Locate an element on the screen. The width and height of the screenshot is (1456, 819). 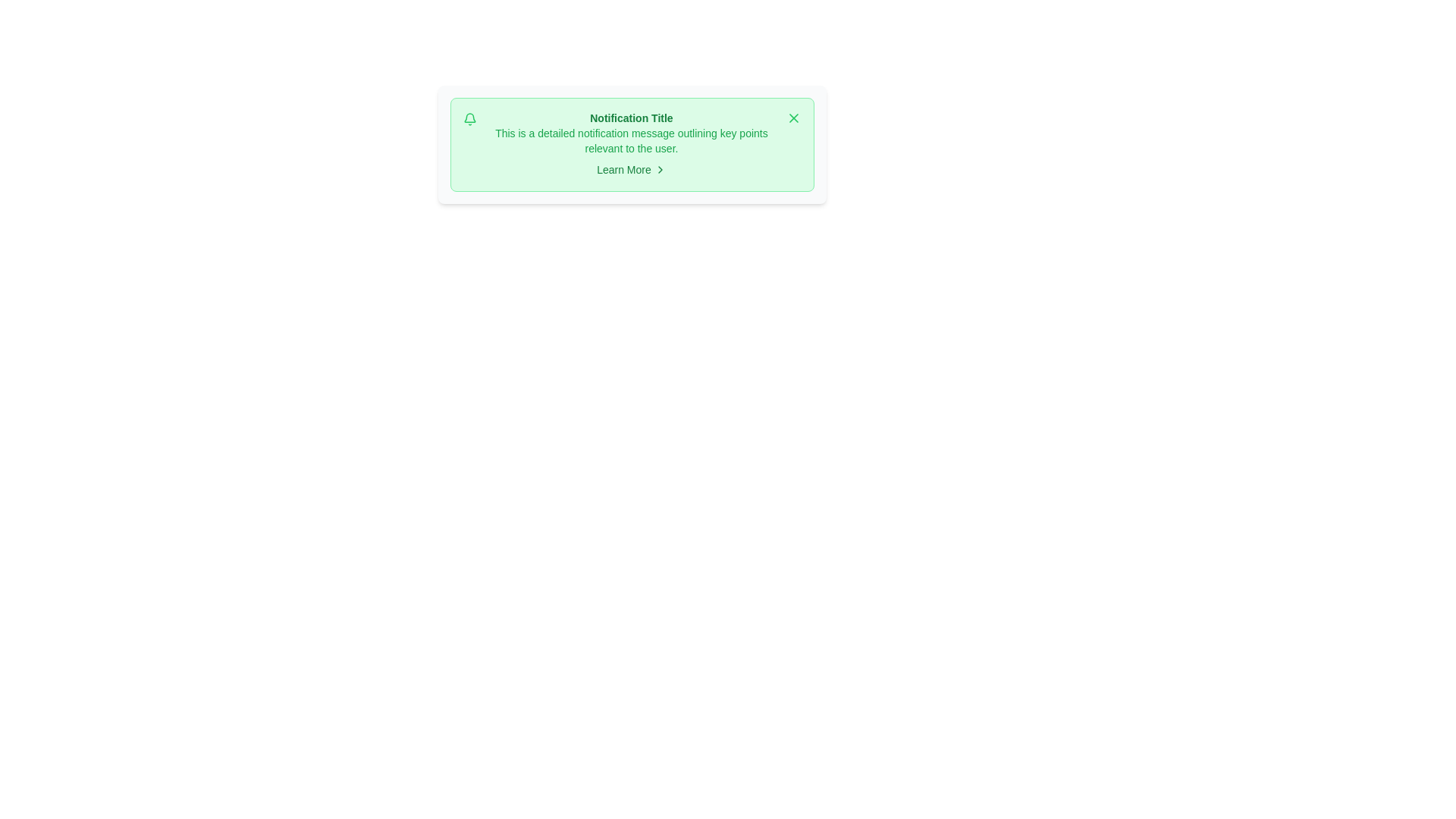
the close button to close the notification panel is located at coordinates (792, 117).